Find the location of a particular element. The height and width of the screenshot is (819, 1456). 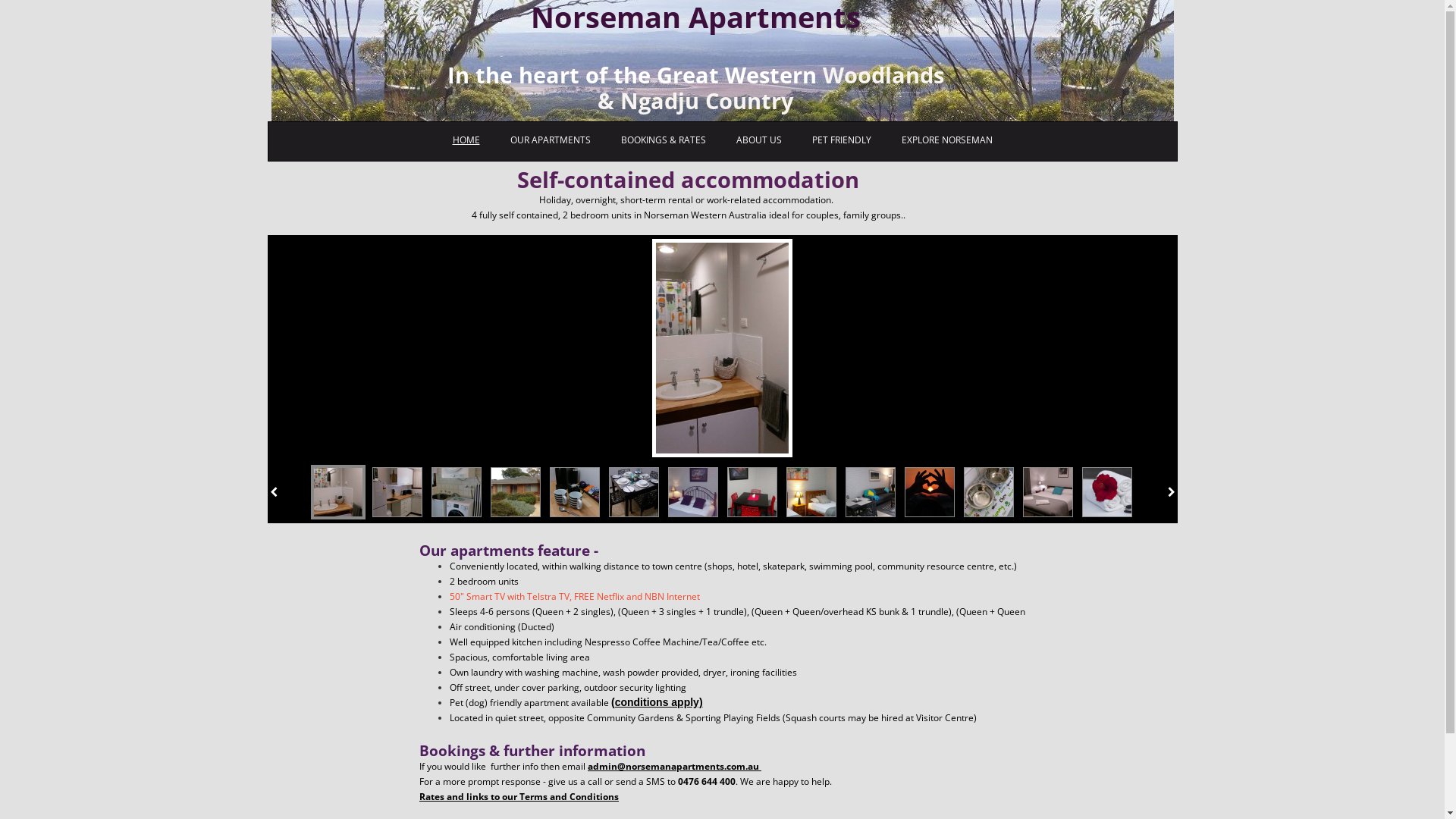

'ABOUT US' is located at coordinates (758, 141).